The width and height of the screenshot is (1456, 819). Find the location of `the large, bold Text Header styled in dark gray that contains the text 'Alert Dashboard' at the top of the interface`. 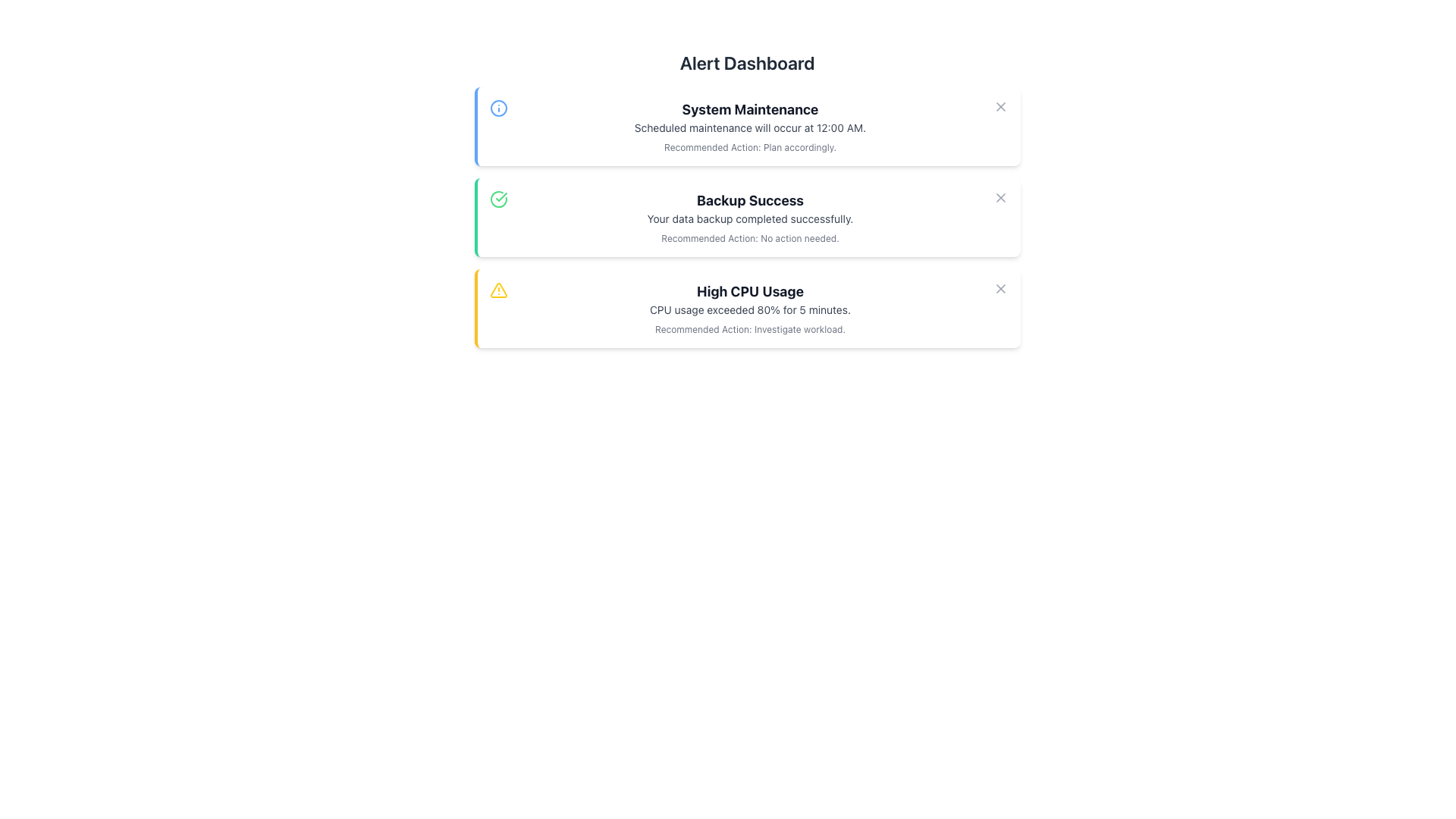

the large, bold Text Header styled in dark gray that contains the text 'Alert Dashboard' at the top of the interface is located at coordinates (747, 62).